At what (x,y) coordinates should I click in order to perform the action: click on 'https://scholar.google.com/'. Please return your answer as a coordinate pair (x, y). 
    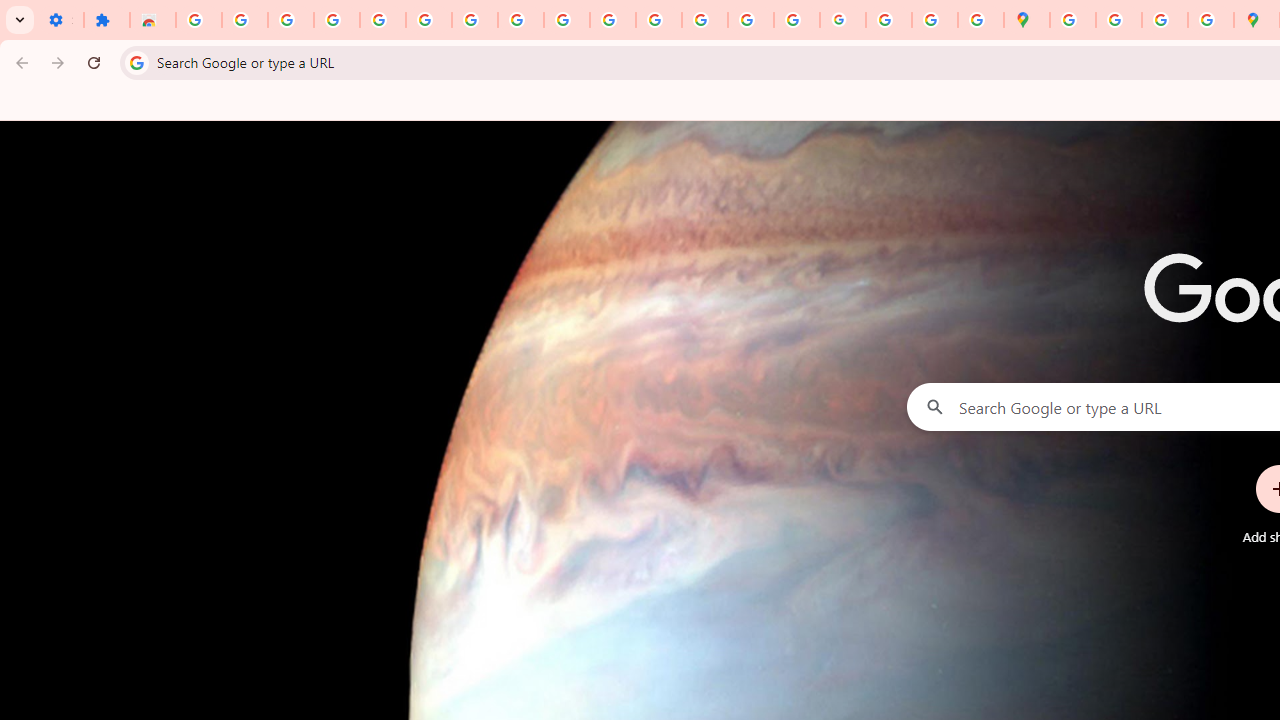
    Looking at the image, I should click on (659, 20).